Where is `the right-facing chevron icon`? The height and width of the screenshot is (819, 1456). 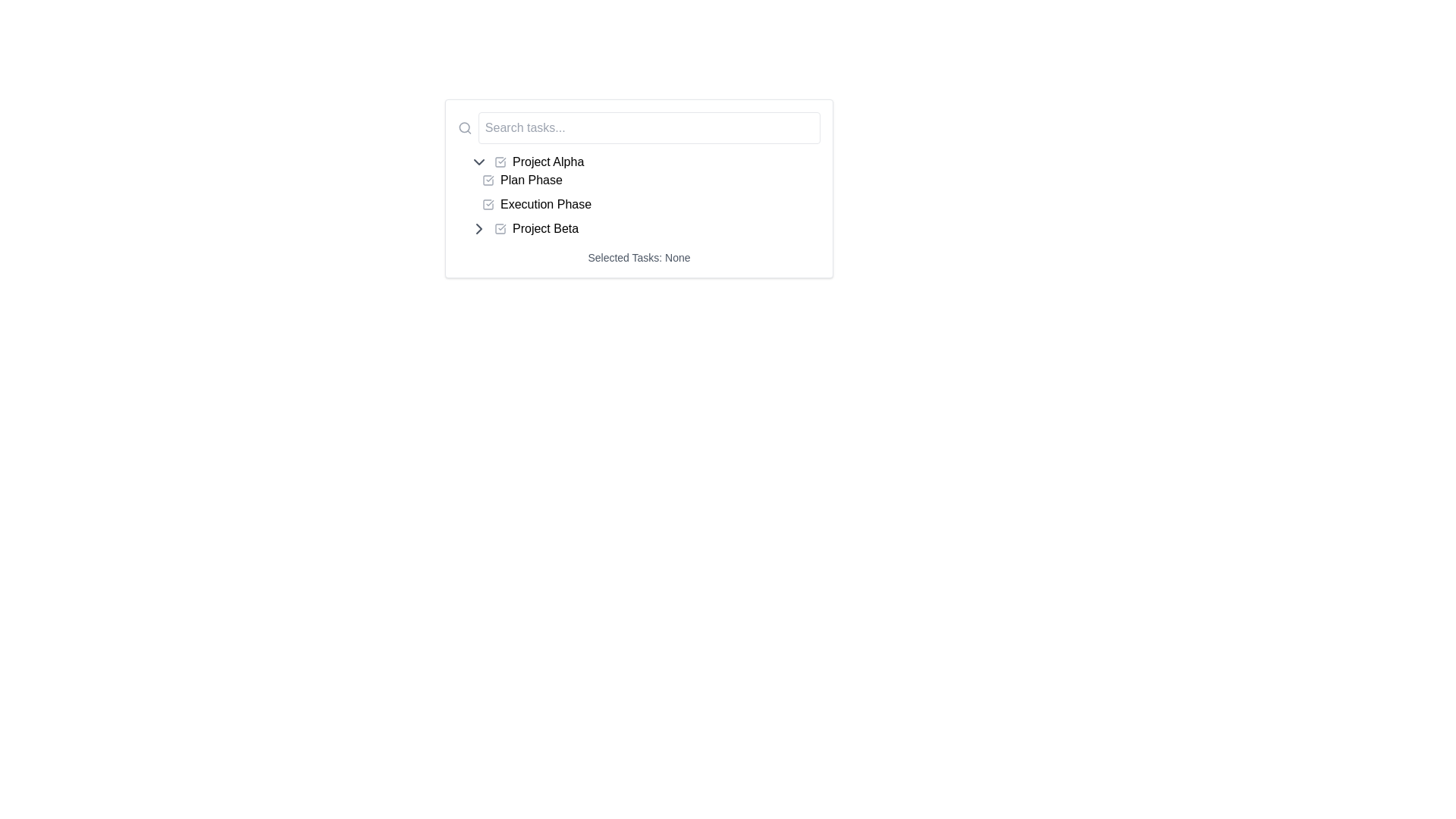 the right-facing chevron icon is located at coordinates (479, 228).